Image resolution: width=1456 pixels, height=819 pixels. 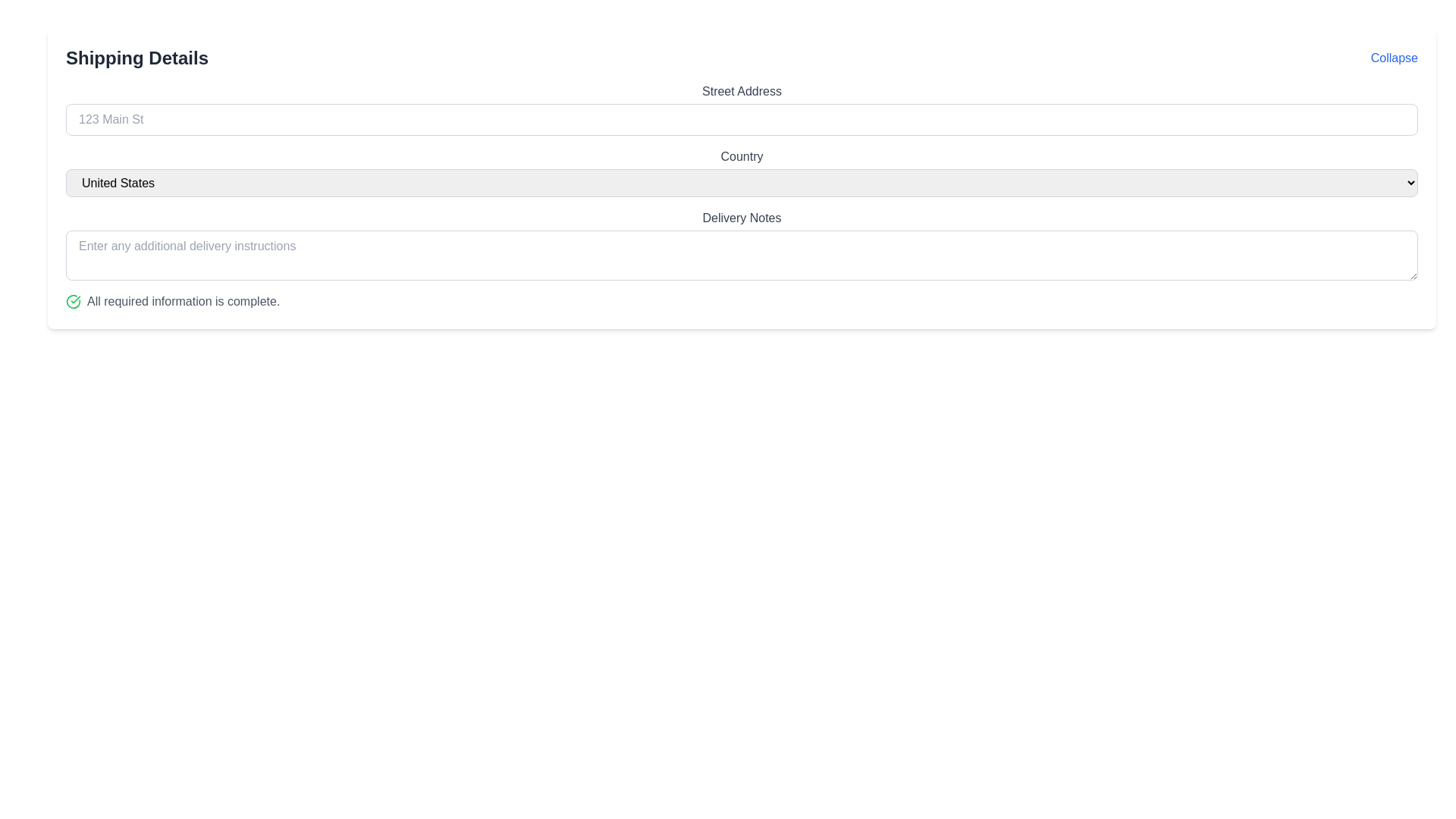 What do you see at coordinates (742, 218) in the screenshot?
I see `the 'Delivery Notes' label, which is styled with a gray font and located above the text field for additional delivery instructions` at bounding box center [742, 218].